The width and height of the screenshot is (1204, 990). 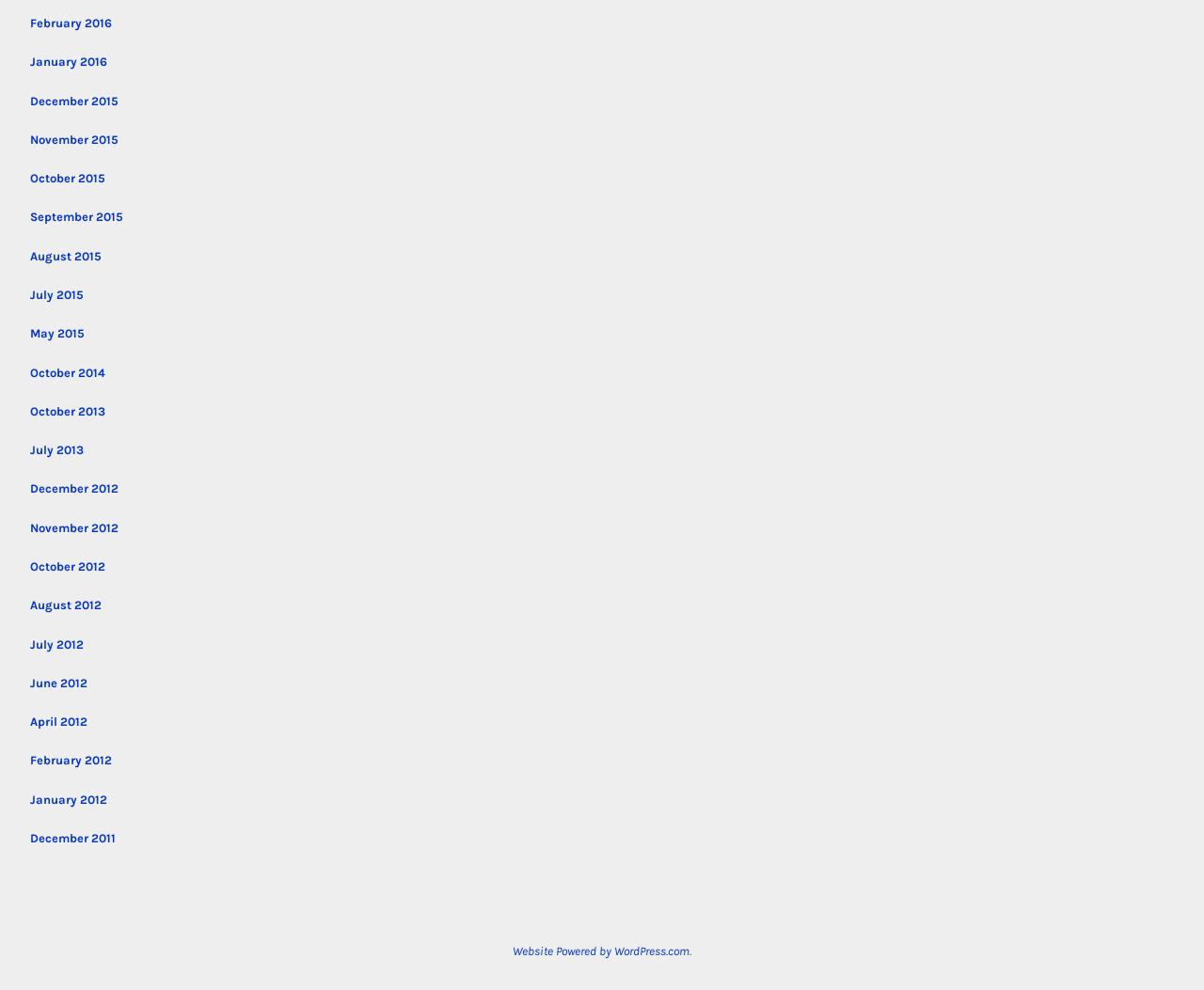 I want to click on 'December 2012', so click(x=30, y=488).